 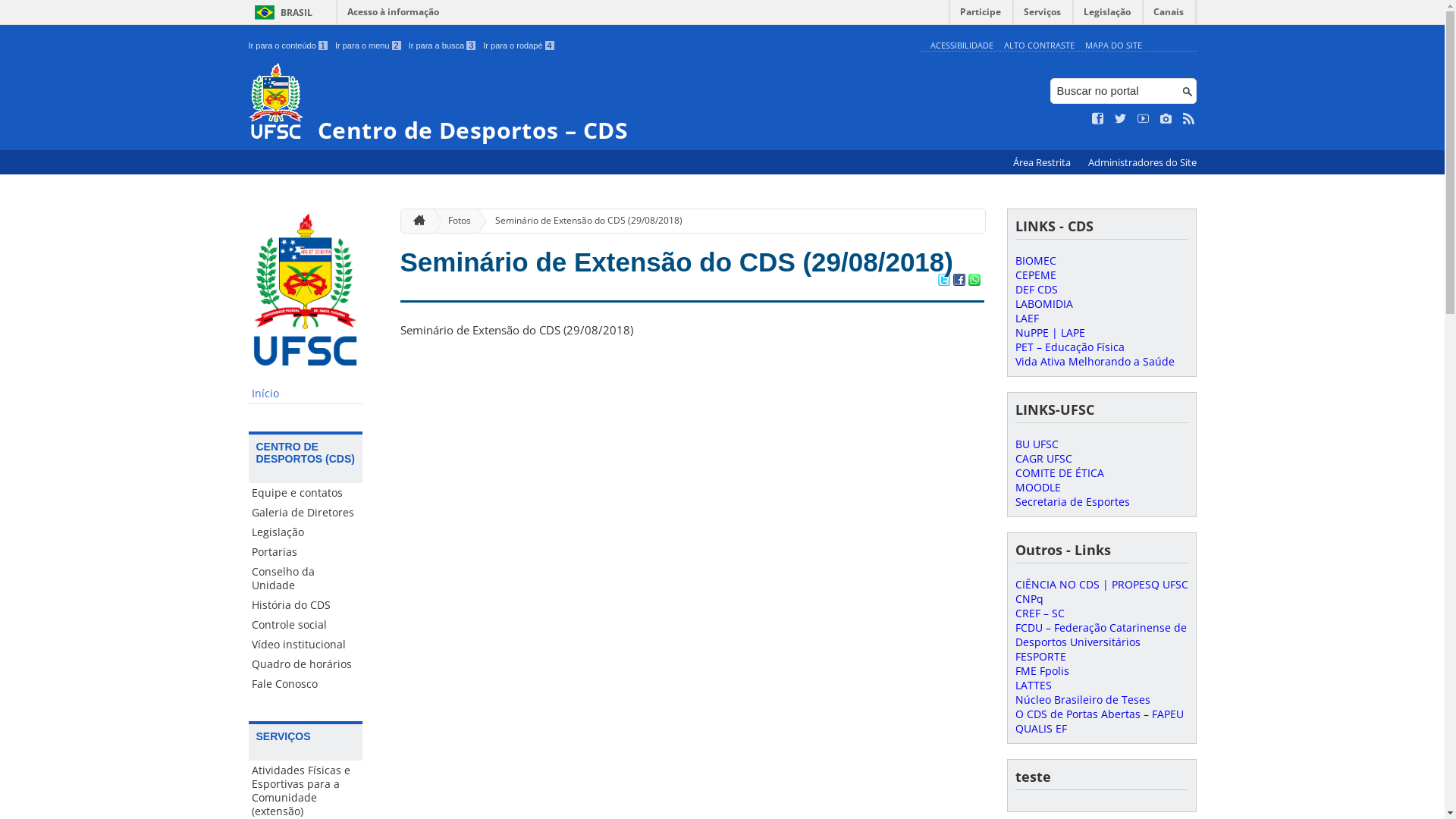 What do you see at coordinates (967, 281) in the screenshot?
I see `'Compartilhar no WhatsApp'` at bounding box center [967, 281].